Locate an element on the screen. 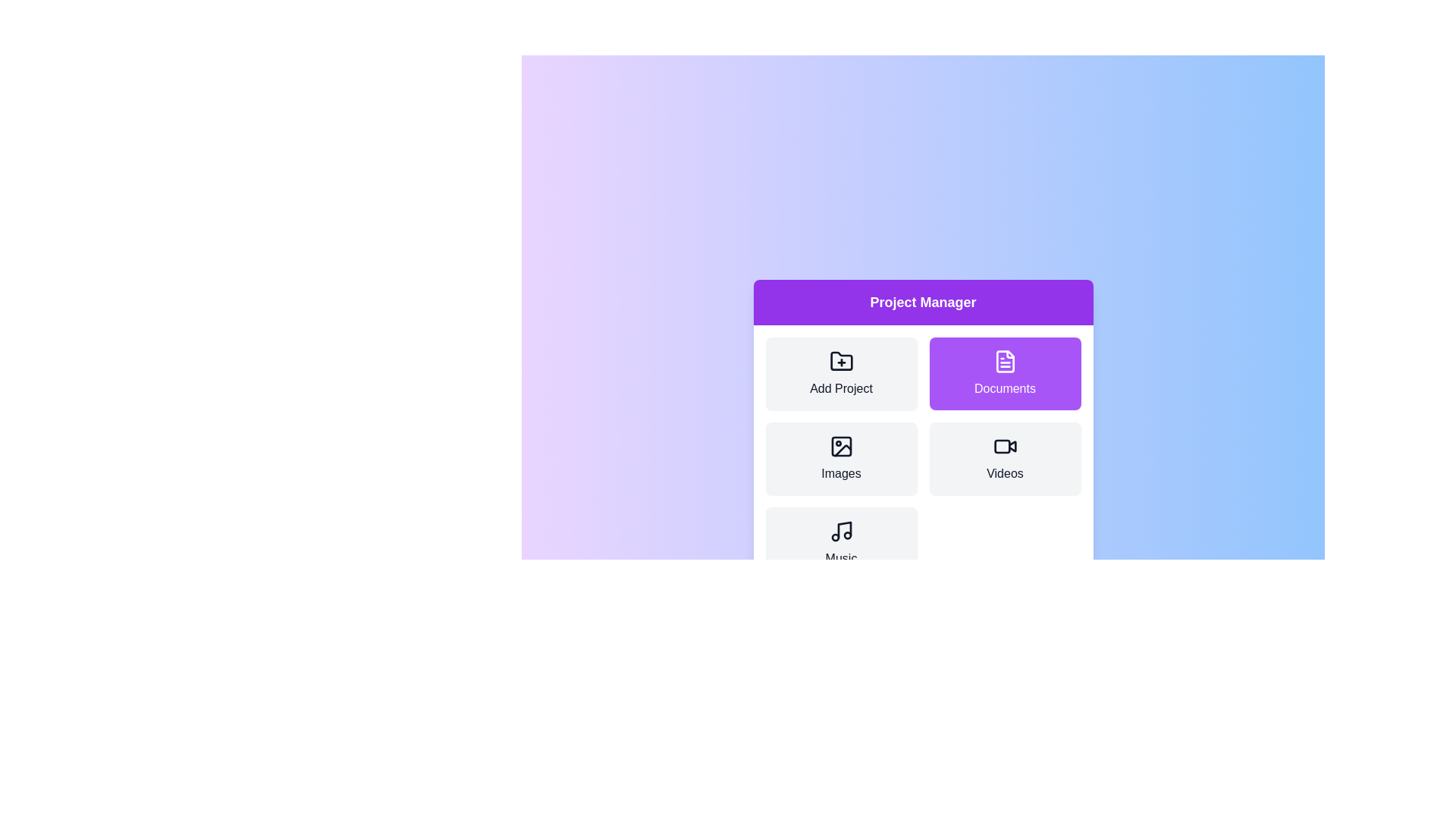 This screenshot has width=1456, height=819. the category Videos to inspect the visual feedback is located at coordinates (1005, 458).